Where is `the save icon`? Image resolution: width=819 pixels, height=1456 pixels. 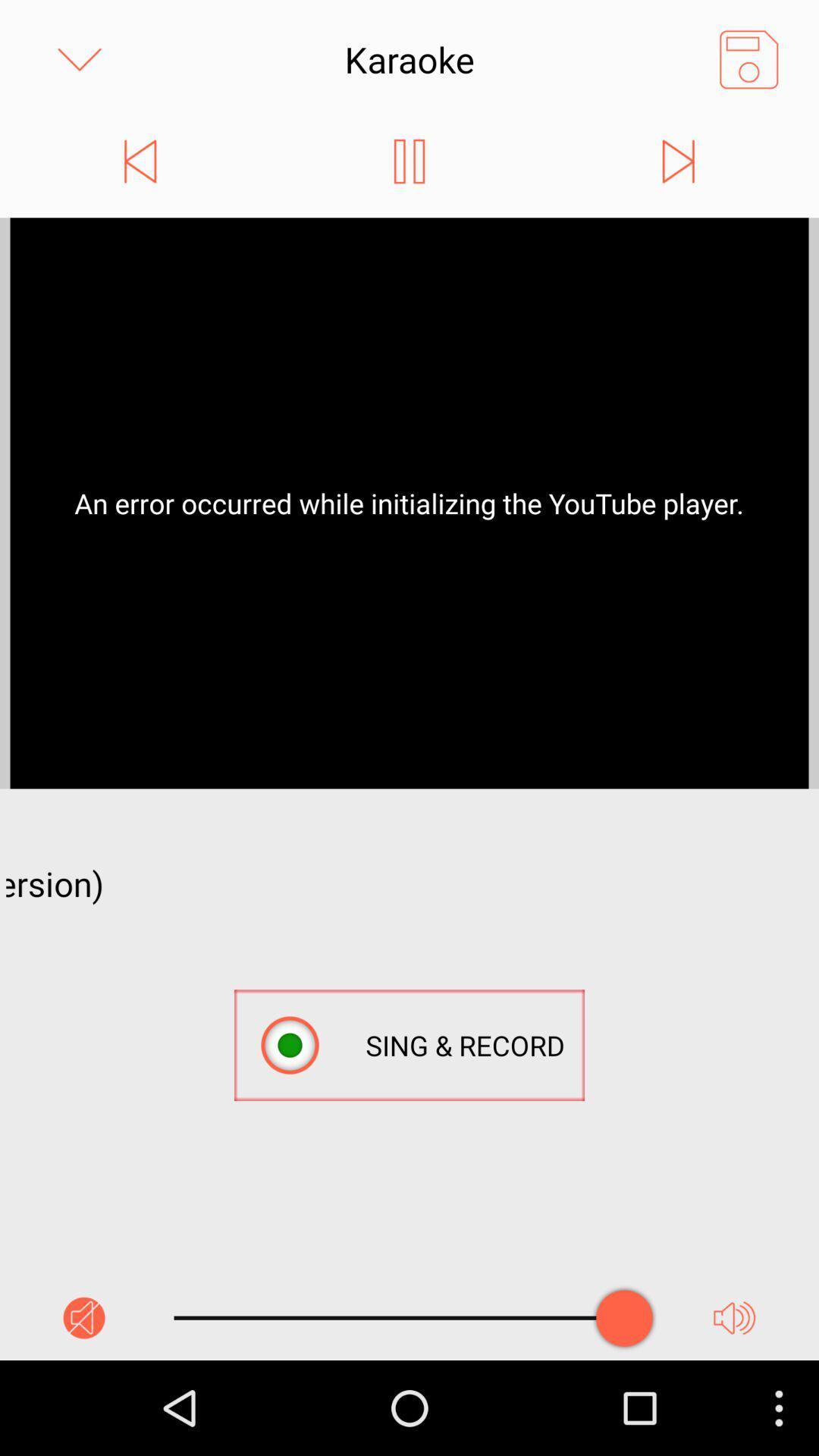 the save icon is located at coordinates (748, 63).